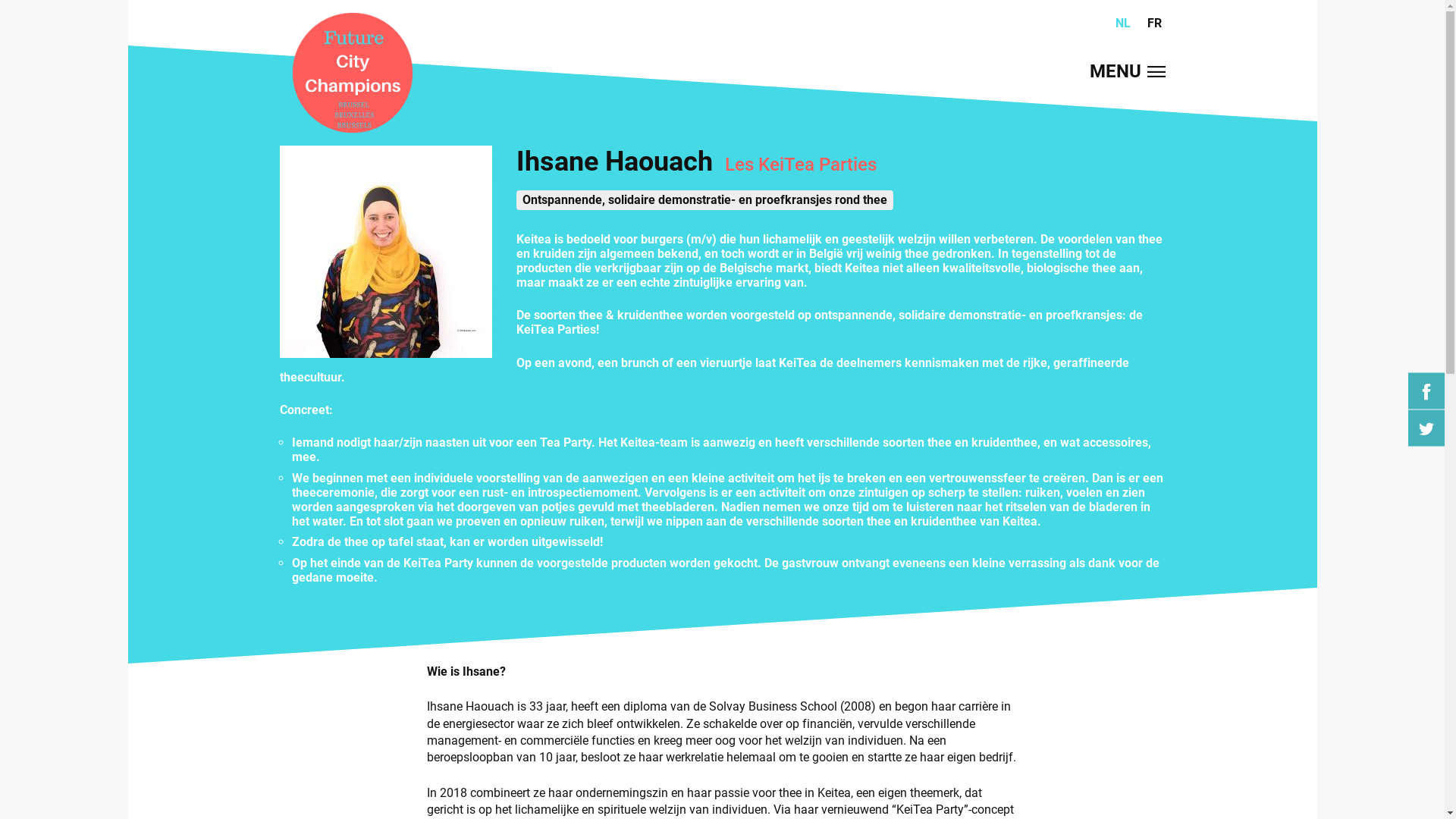  I want to click on 'FR', so click(1153, 23).